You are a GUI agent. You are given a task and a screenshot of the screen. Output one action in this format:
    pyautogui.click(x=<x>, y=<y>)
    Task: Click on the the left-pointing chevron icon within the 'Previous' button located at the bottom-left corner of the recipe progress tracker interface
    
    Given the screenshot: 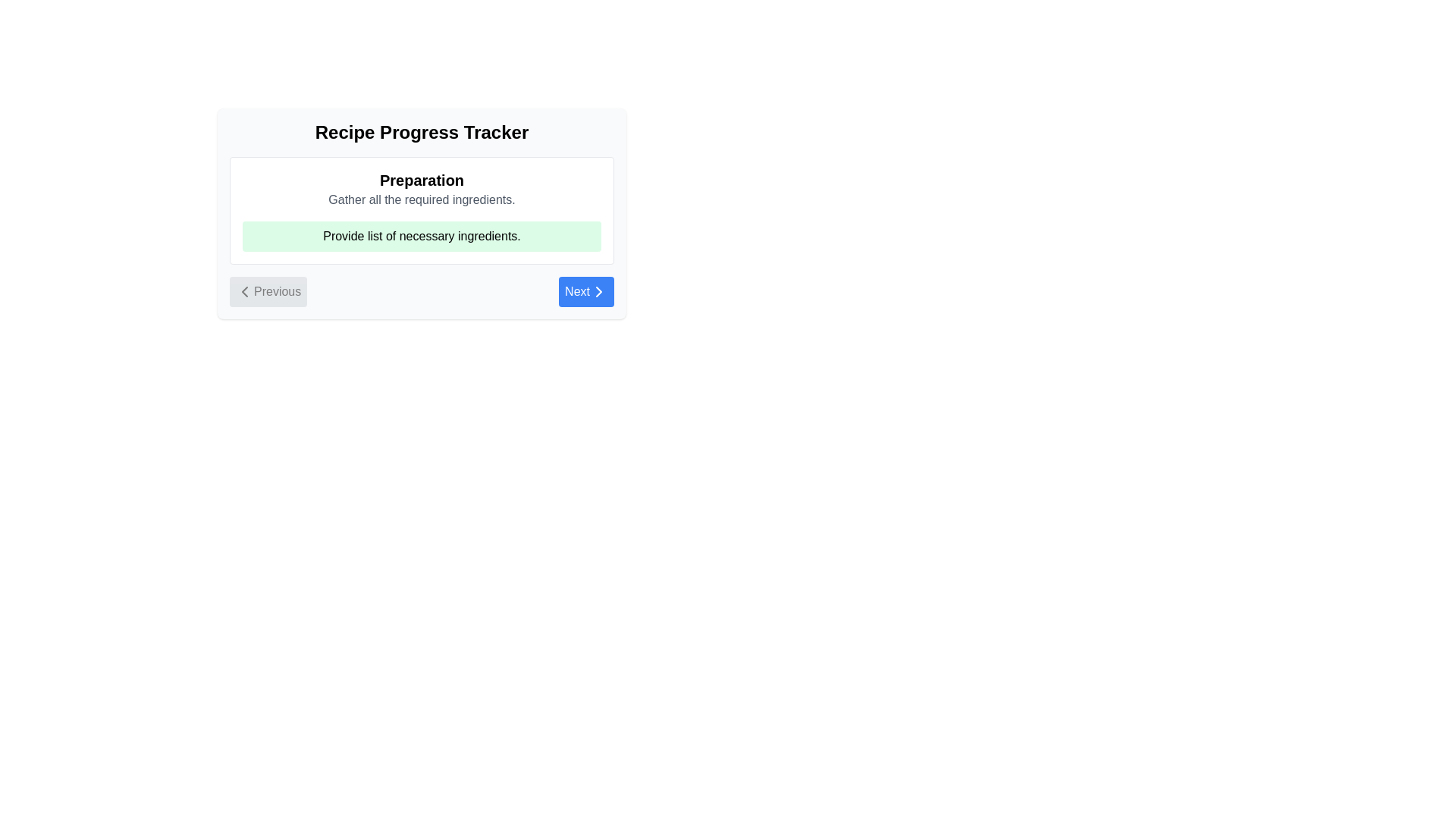 What is the action you would take?
    pyautogui.click(x=244, y=292)
    